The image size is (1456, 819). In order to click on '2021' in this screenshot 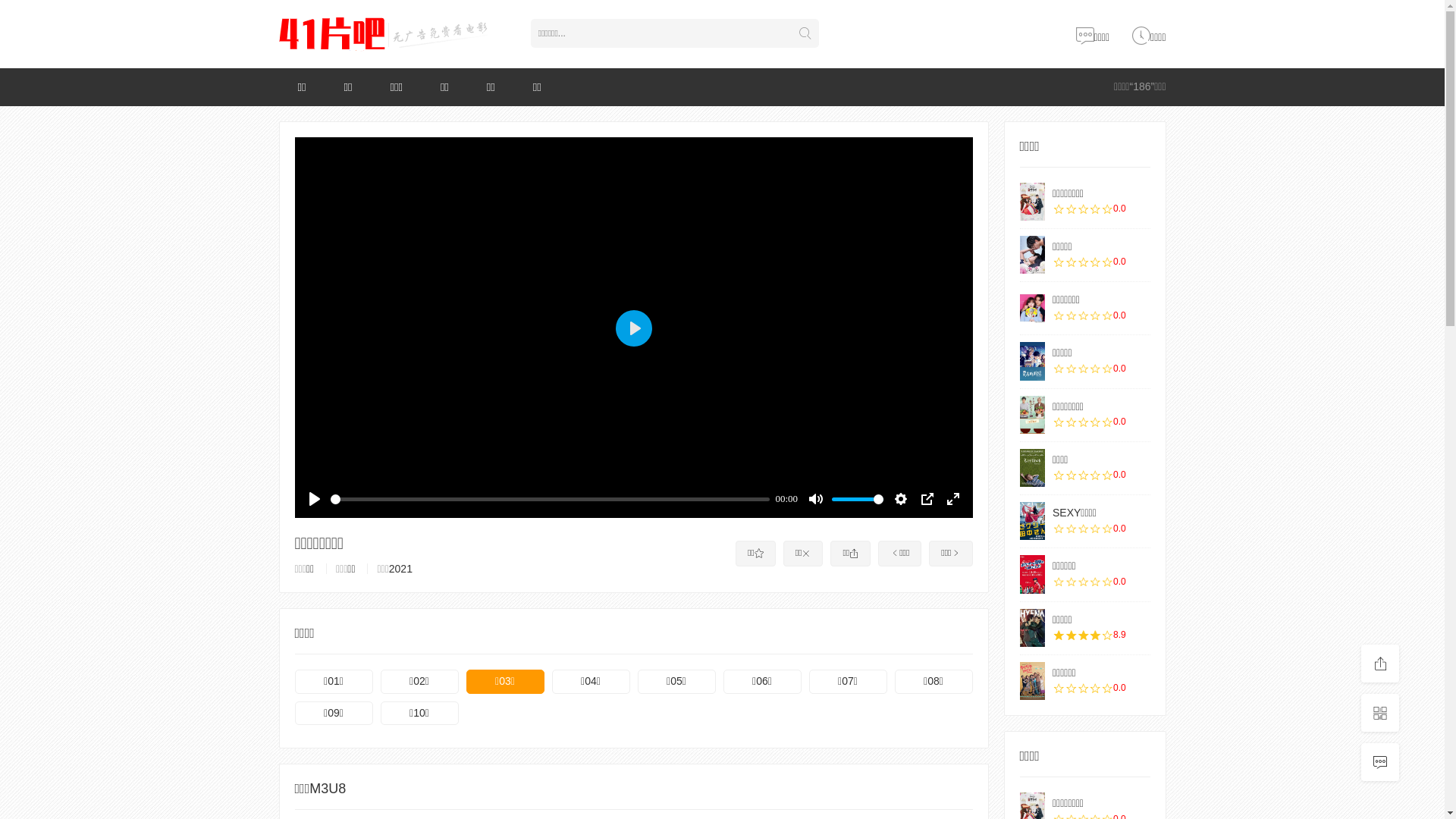, I will do `click(400, 568)`.